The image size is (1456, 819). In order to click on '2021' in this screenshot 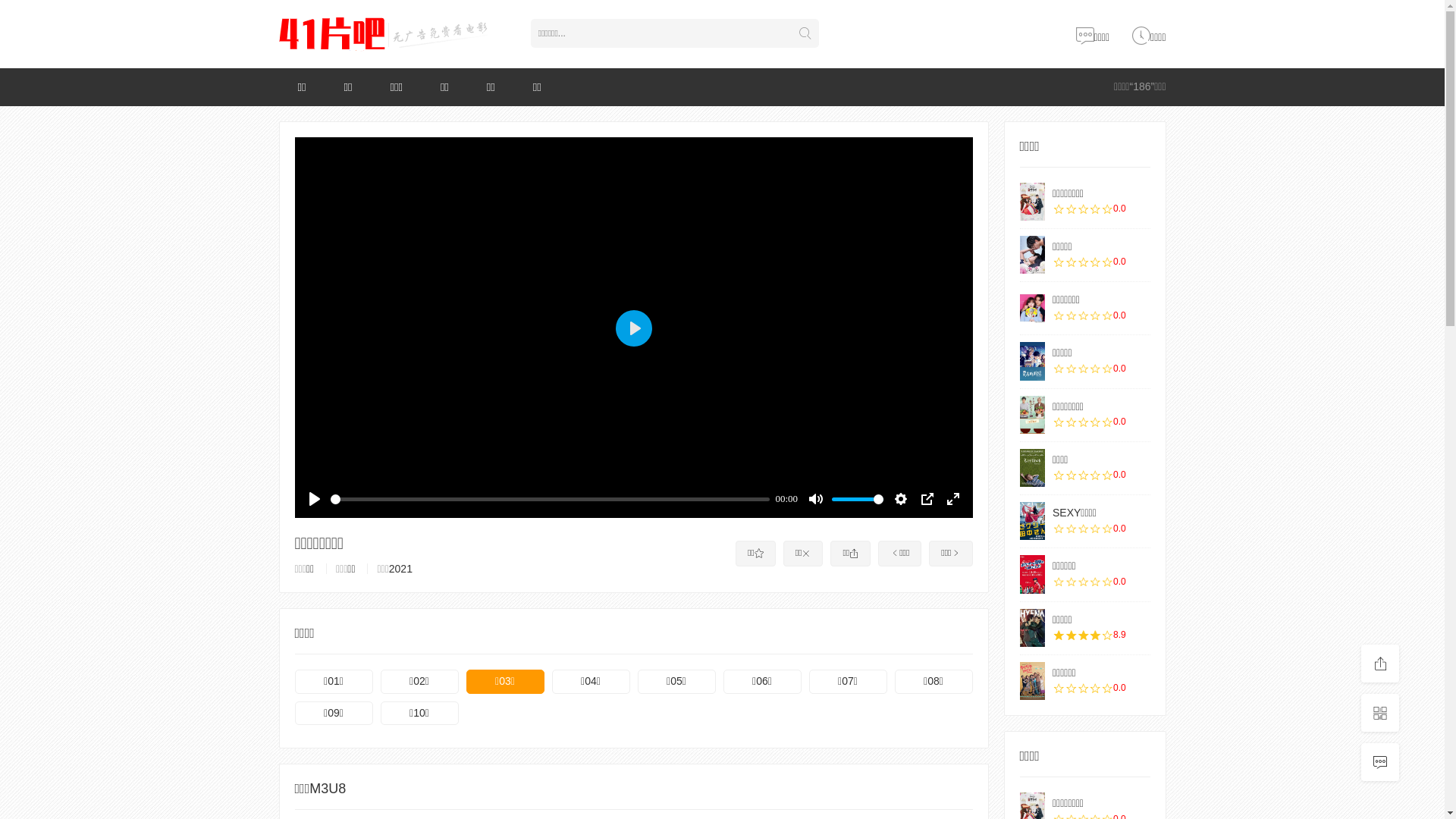, I will do `click(400, 568)`.